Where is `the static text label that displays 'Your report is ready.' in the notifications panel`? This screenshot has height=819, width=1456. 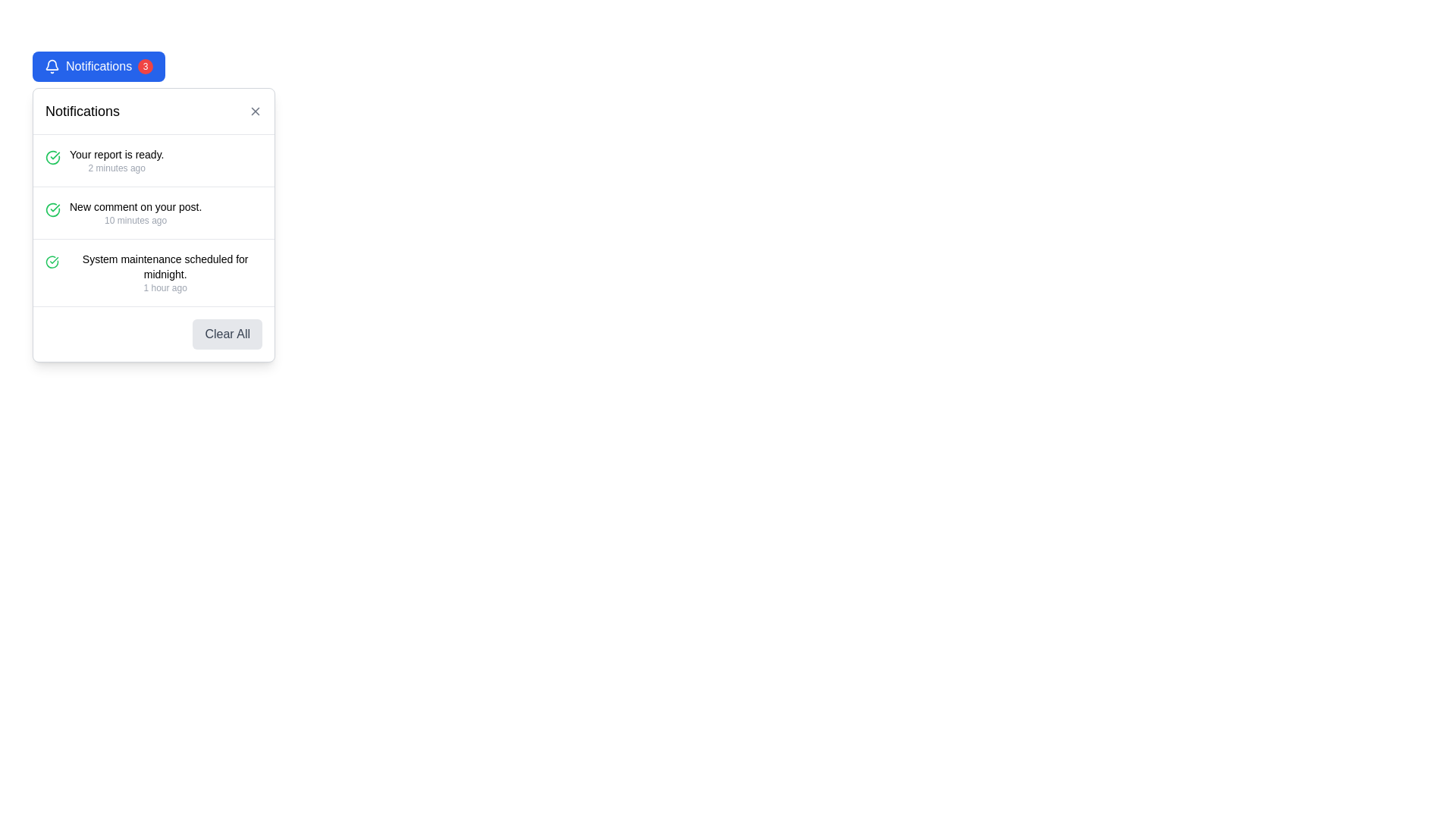 the static text label that displays 'Your report is ready.' in the notifications panel is located at coordinates (116, 155).